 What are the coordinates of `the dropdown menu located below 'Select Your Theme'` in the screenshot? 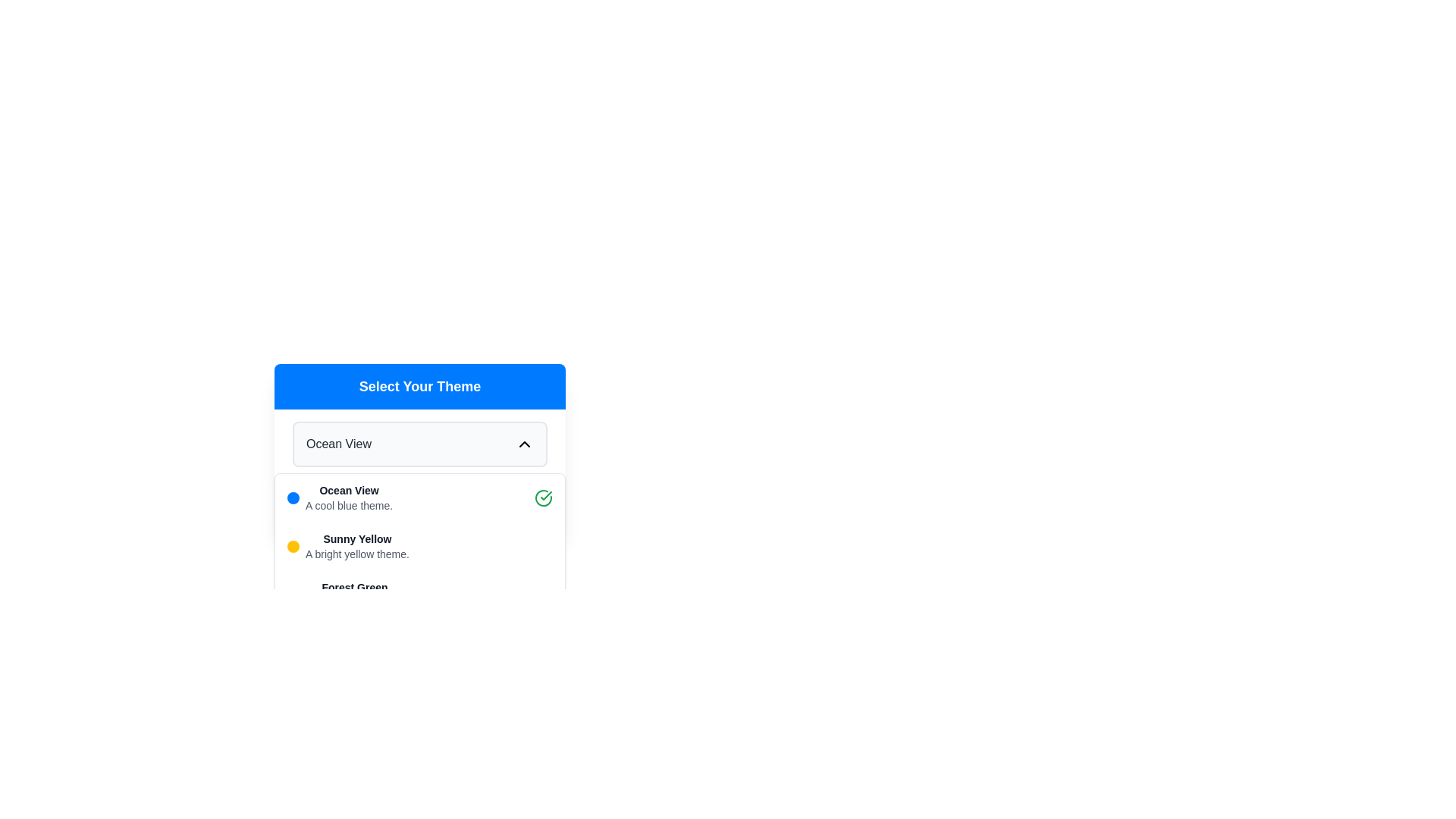 It's located at (419, 444).